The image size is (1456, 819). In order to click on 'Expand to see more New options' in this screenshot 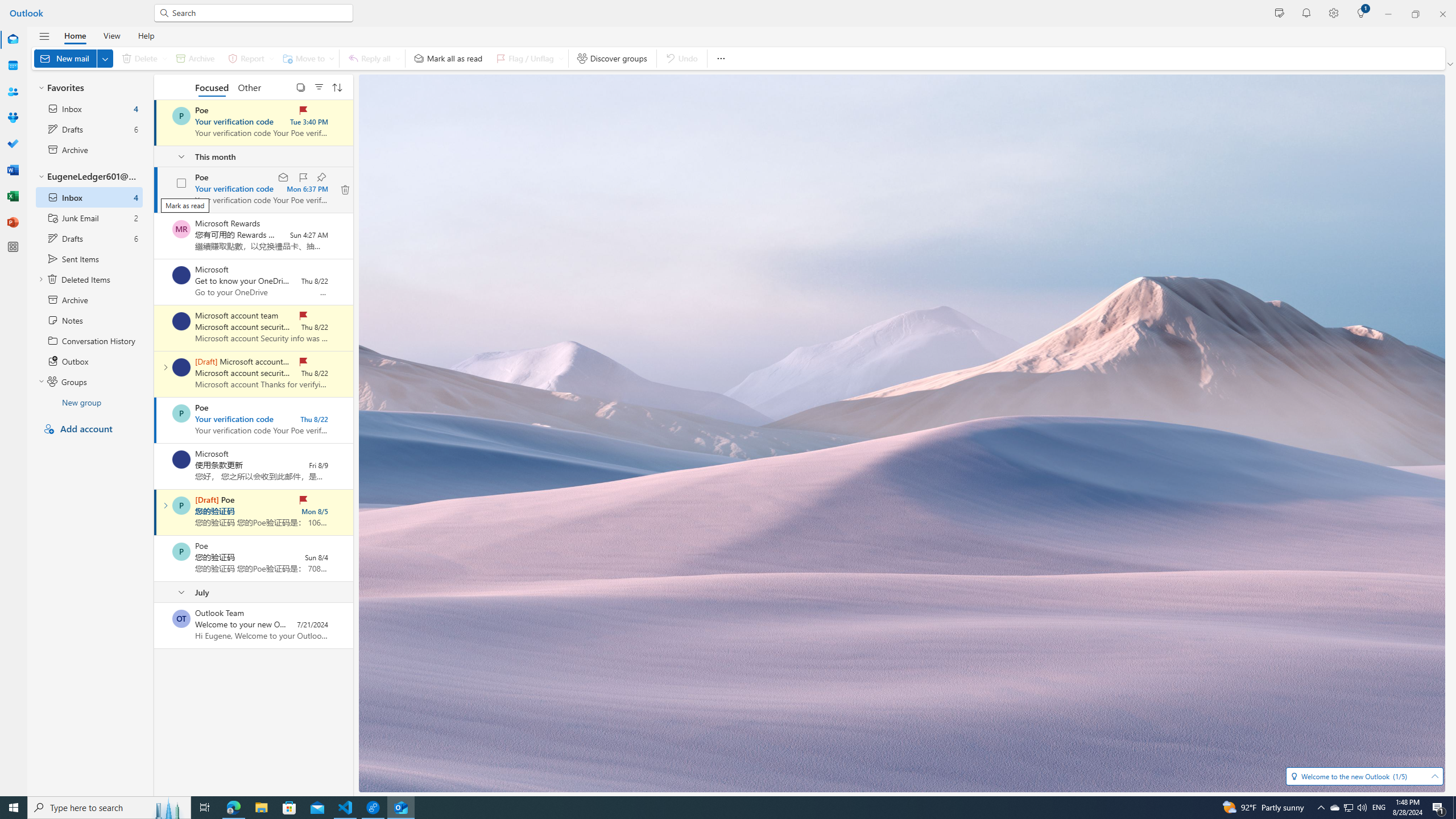, I will do `click(104, 58)`.